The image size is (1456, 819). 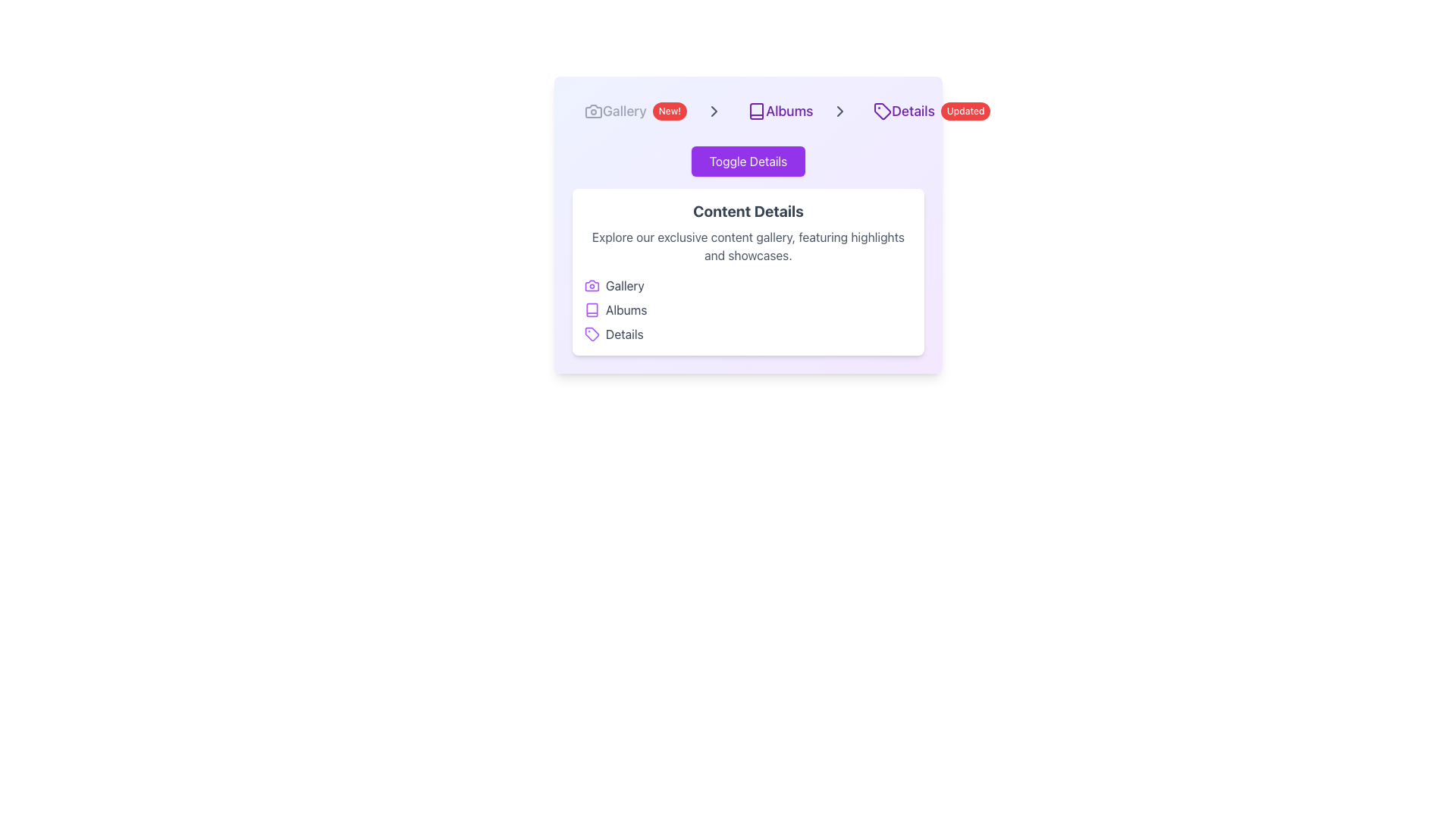 What do you see at coordinates (648, 110) in the screenshot?
I see `the 'Gallery' navigation button that includes a camera icon and a red 'New!' badge` at bounding box center [648, 110].